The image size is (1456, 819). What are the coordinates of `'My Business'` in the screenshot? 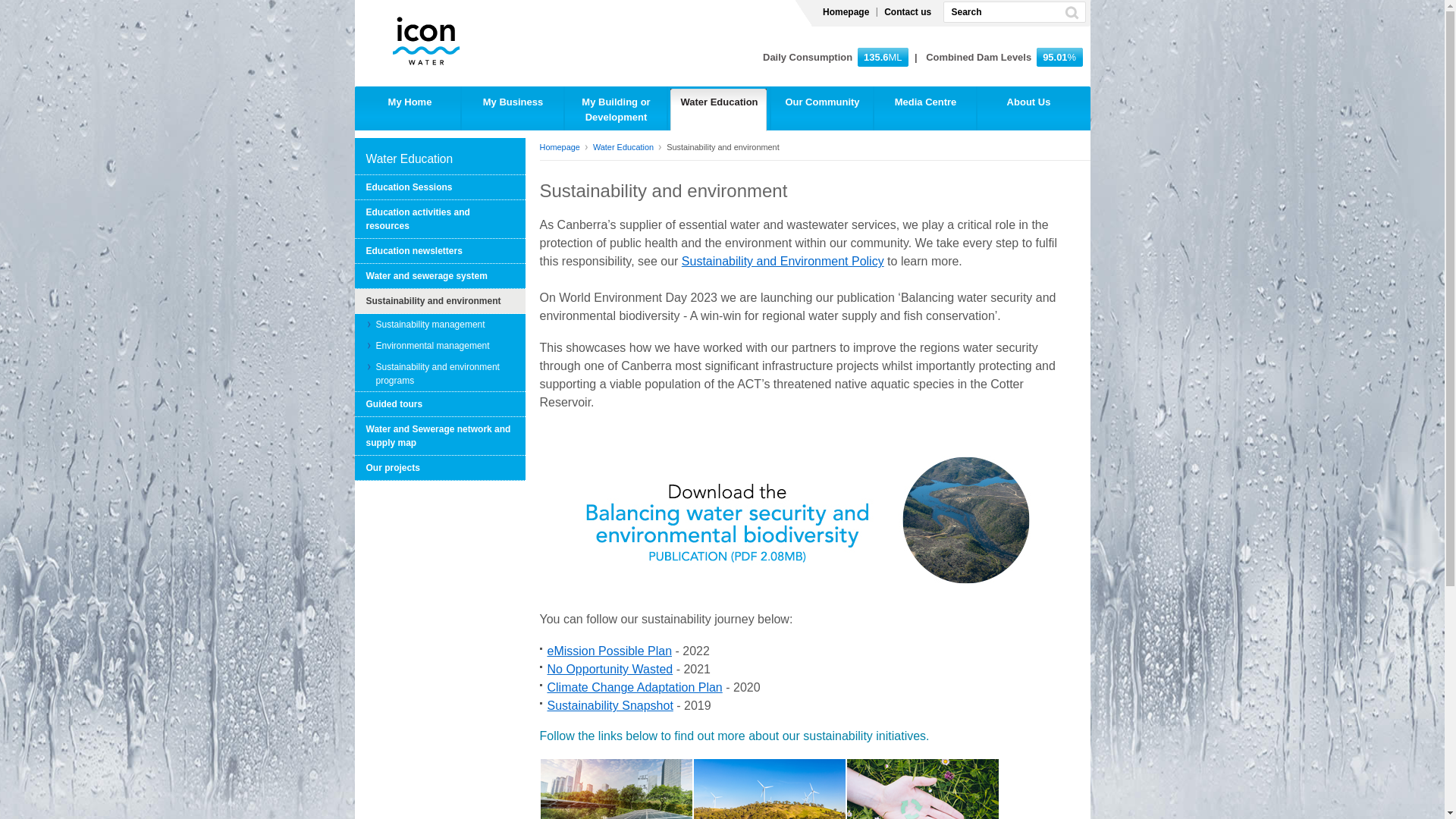 It's located at (512, 108).